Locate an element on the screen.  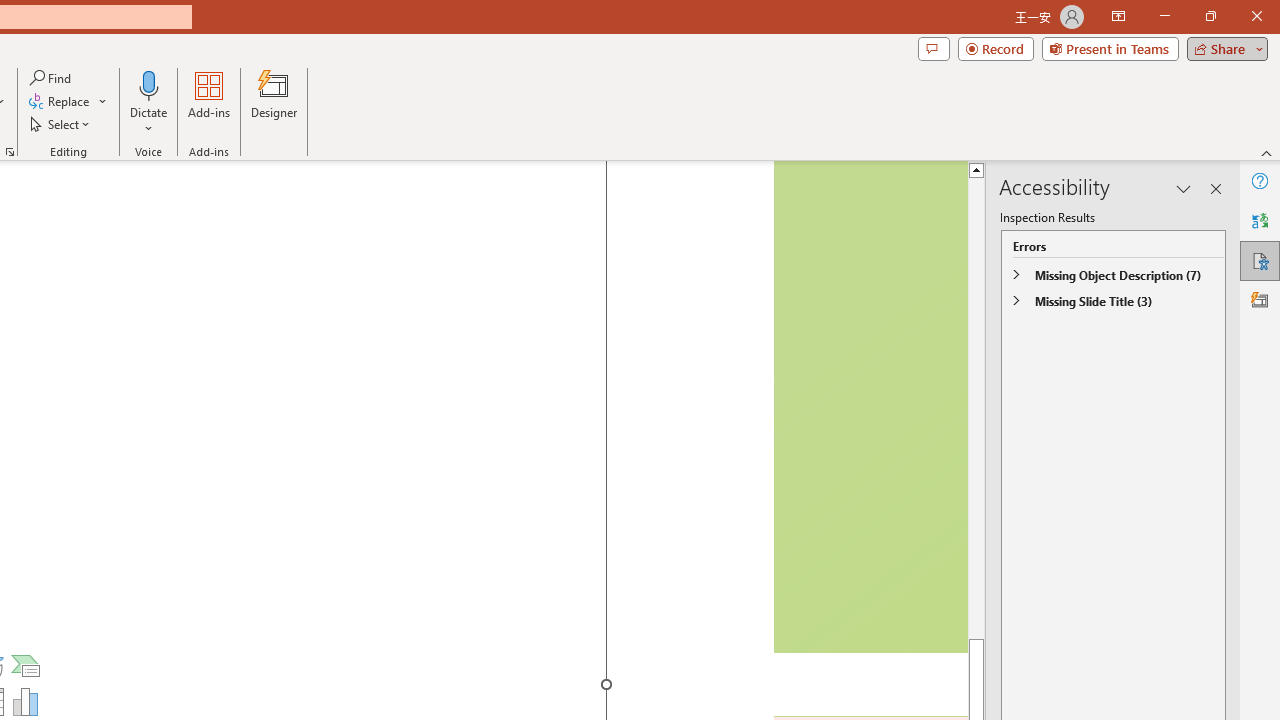
'Camera 5, No camera detected.' is located at coordinates (869, 406).